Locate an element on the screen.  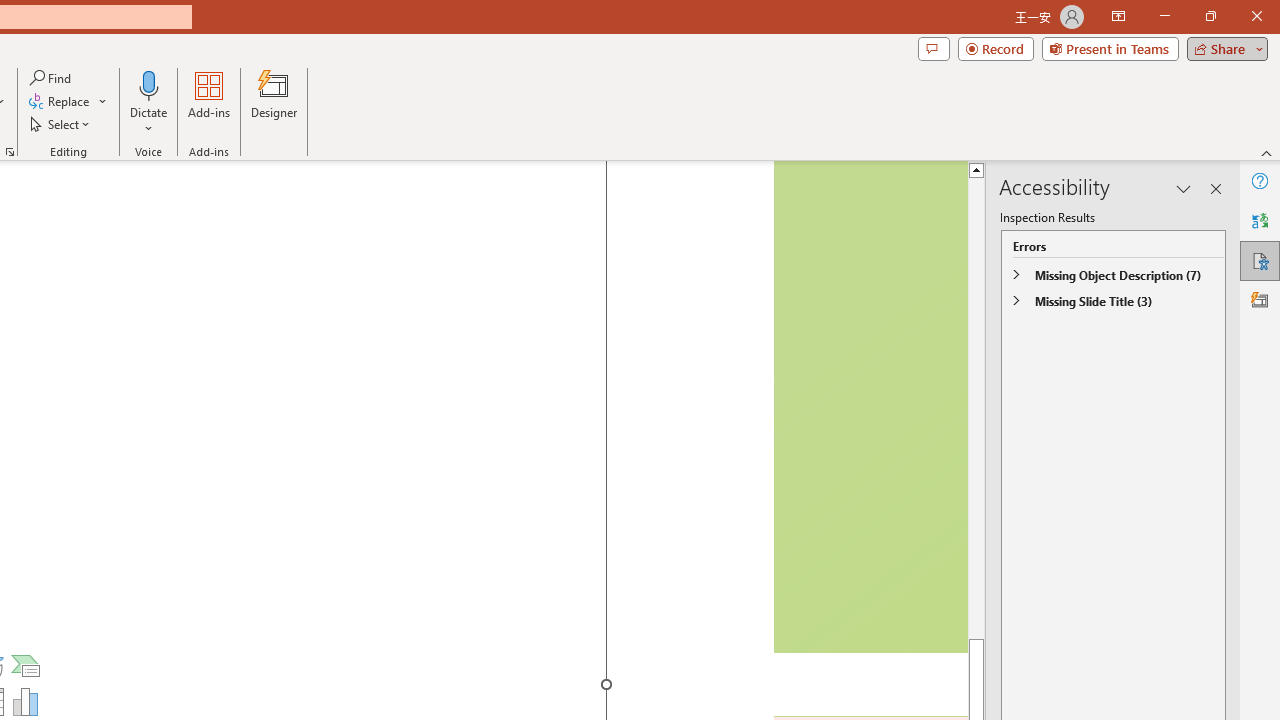
'Camera 5, No camera detected.' is located at coordinates (869, 406).